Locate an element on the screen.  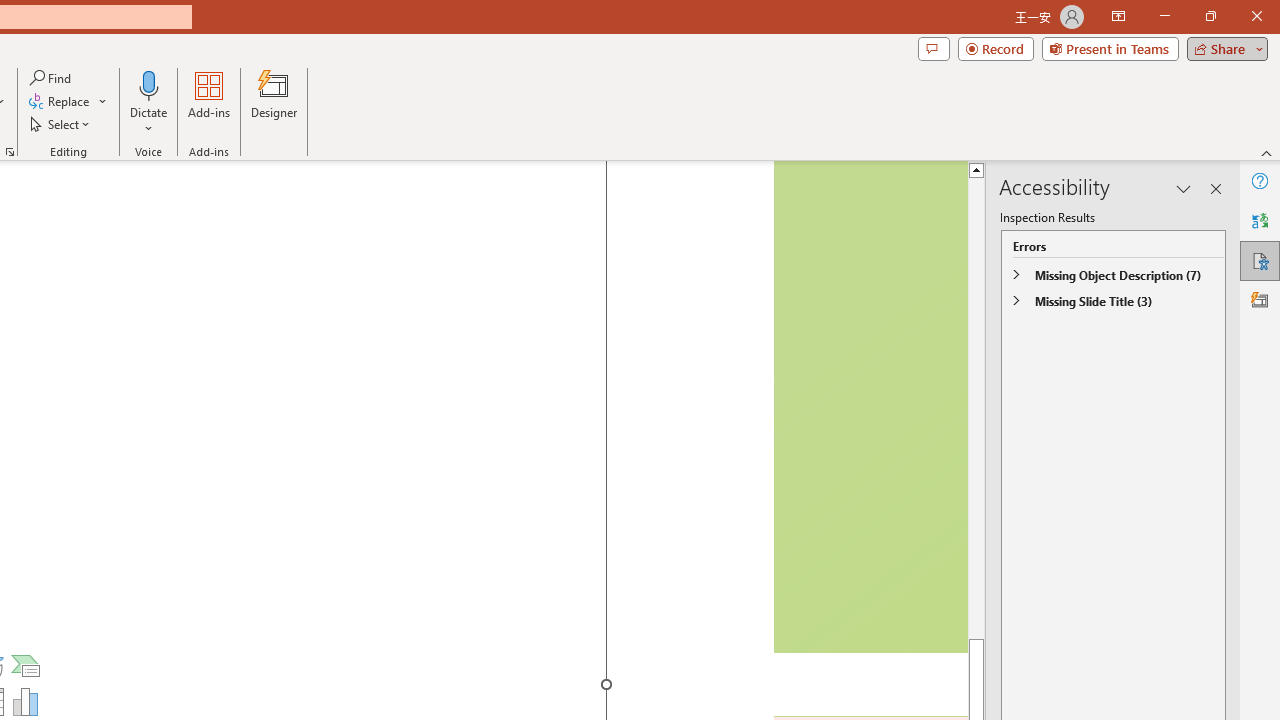
'Camera 5, No camera detected.' is located at coordinates (869, 406).